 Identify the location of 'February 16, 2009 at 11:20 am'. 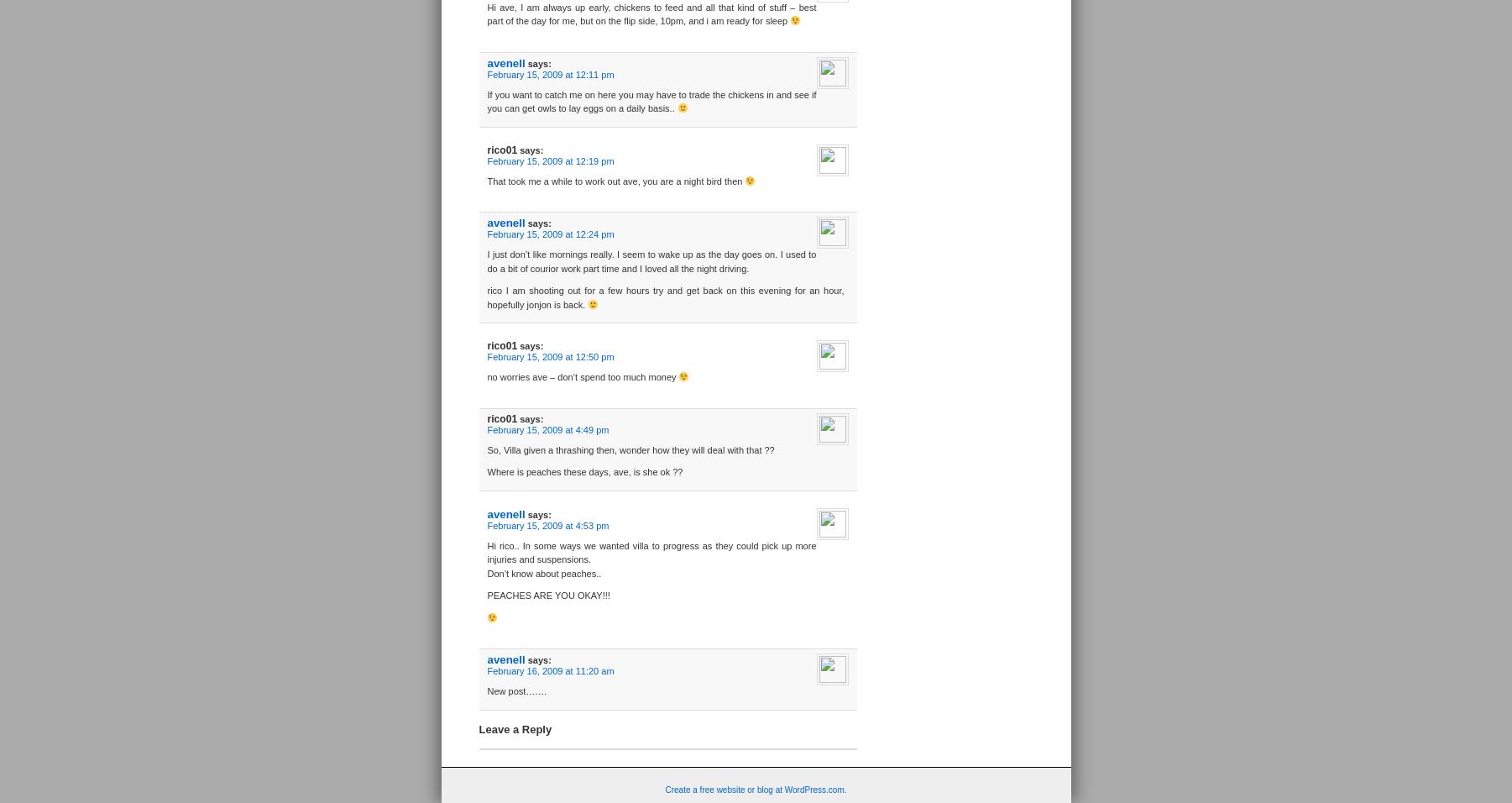
(486, 670).